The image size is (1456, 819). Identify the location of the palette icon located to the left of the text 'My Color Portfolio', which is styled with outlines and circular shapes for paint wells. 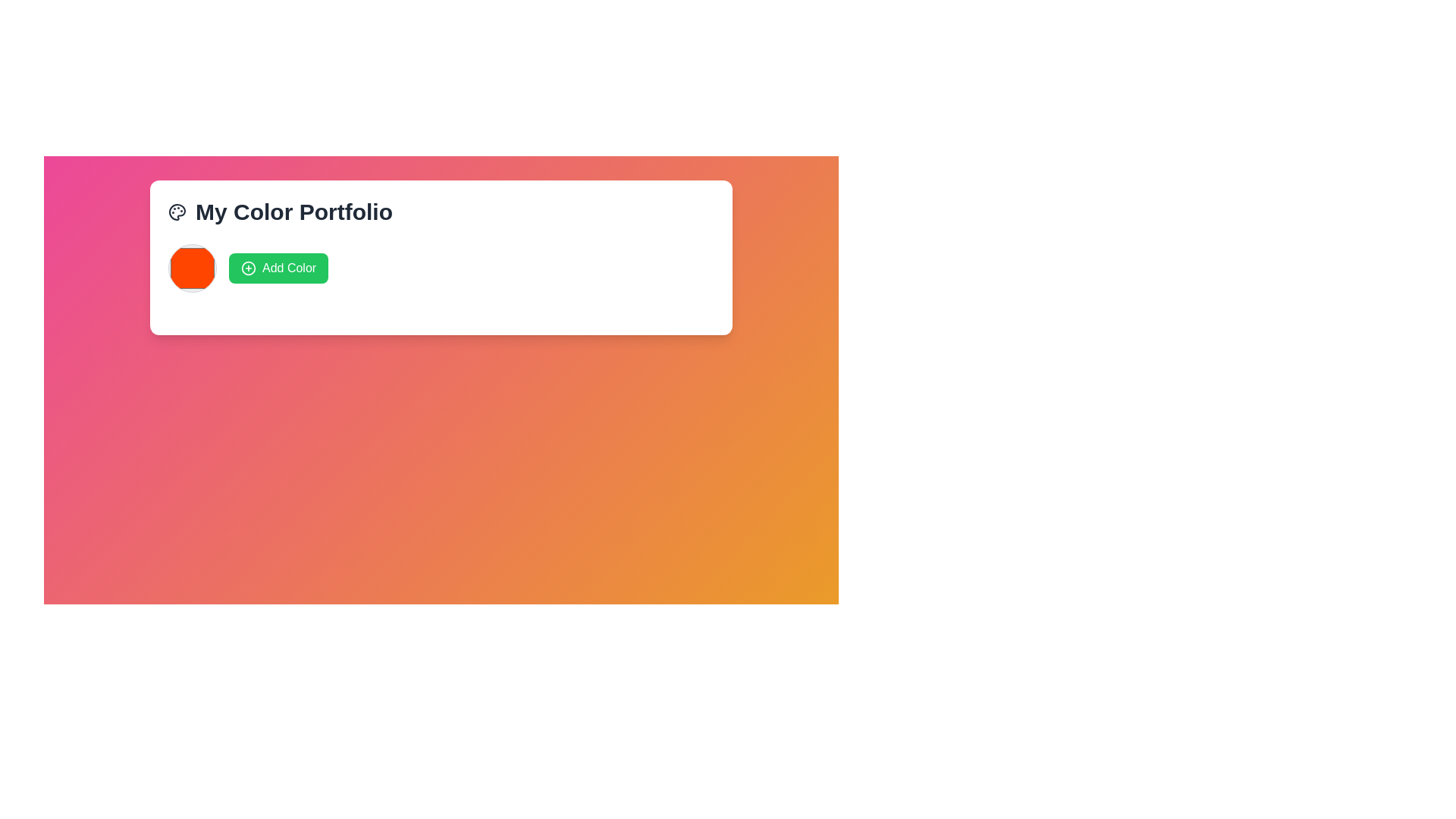
(177, 212).